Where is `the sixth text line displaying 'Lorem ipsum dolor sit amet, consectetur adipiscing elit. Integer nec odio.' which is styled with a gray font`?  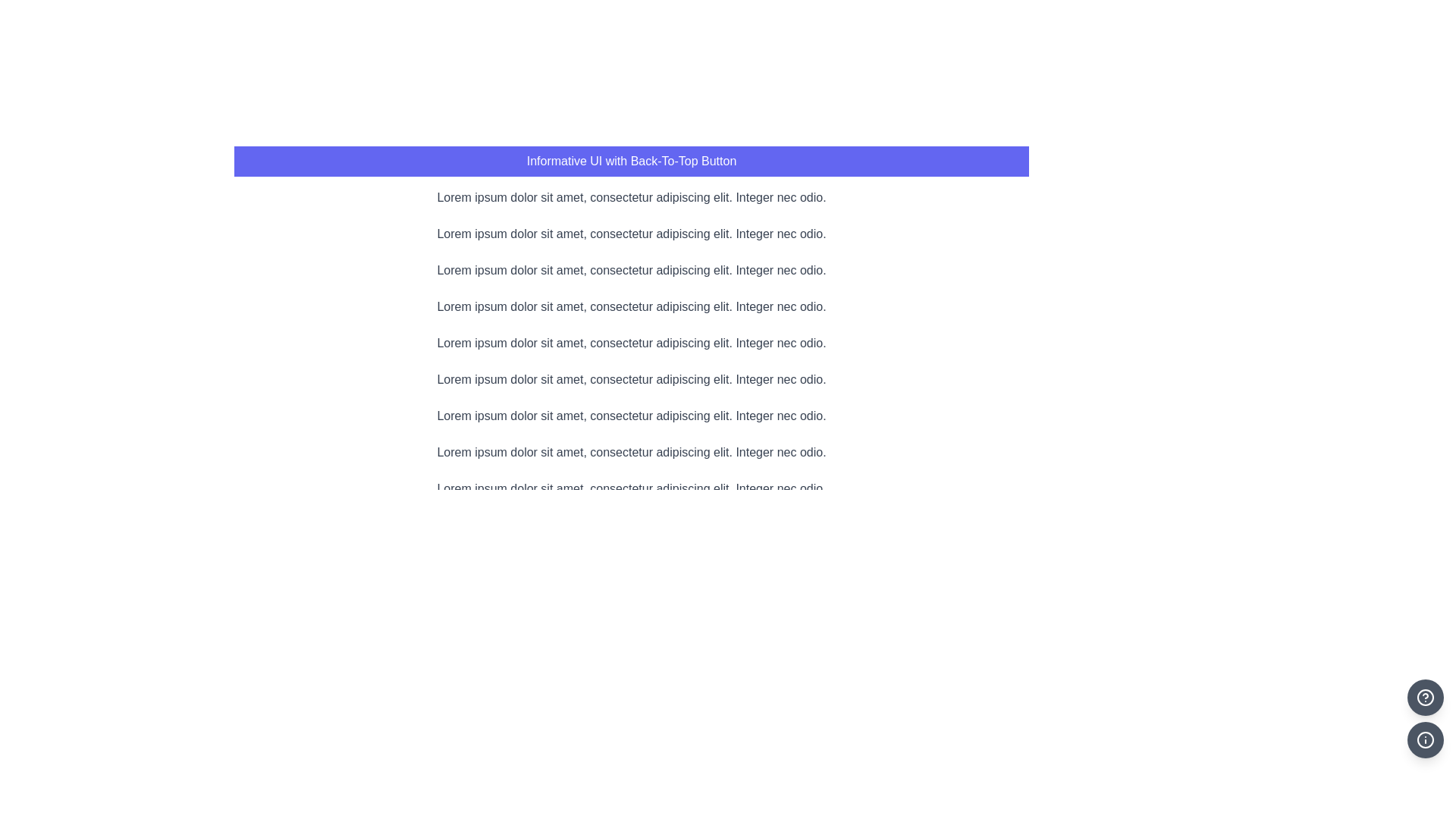
the sixth text line displaying 'Lorem ipsum dolor sit amet, consectetur adipiscing elit. Integer nec odio.' which is styled with a gray font is located at coordinates (632, 379).